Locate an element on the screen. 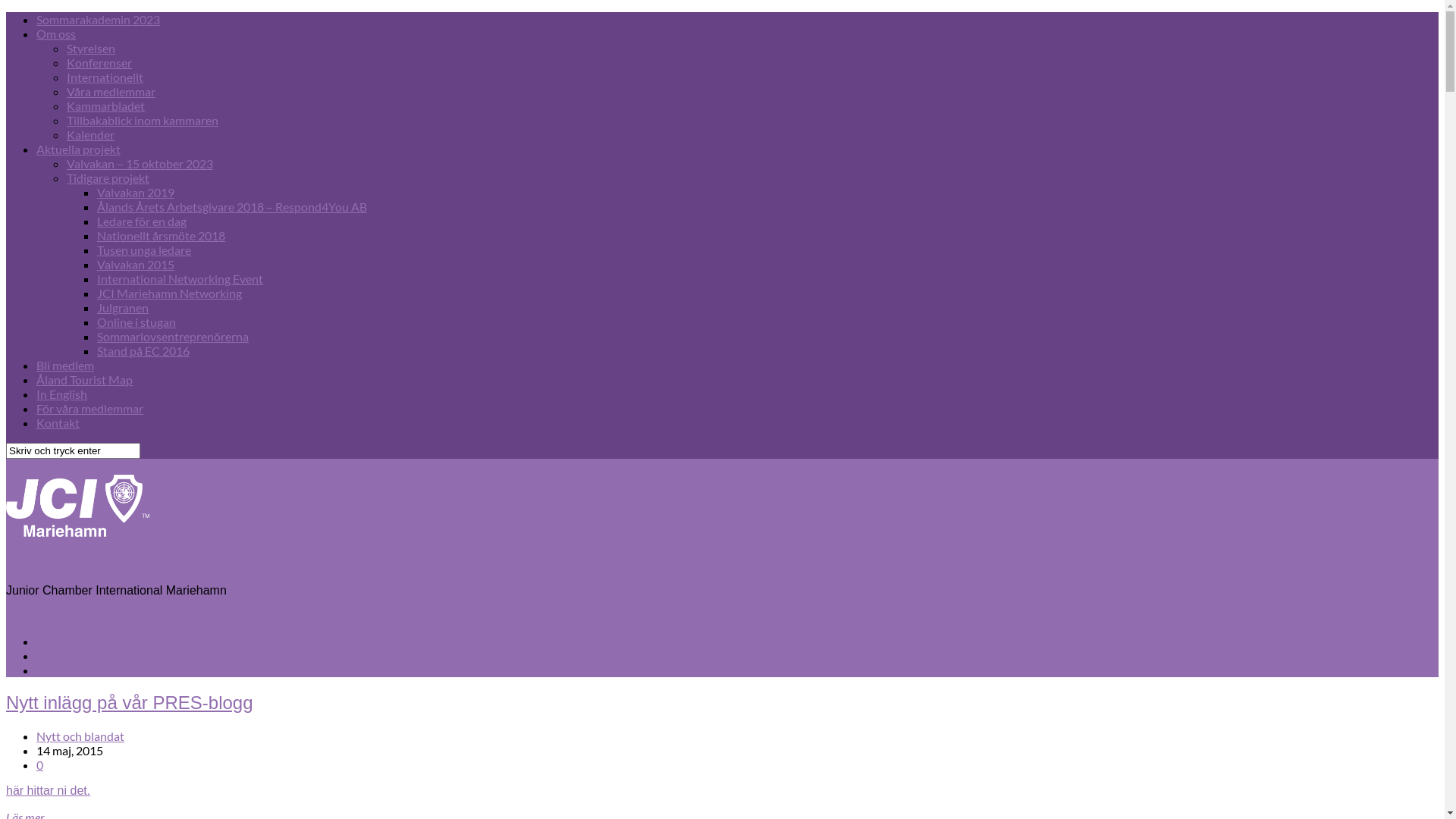 The image size is (1456, 819). '0' is located at coordinates (39, 764).